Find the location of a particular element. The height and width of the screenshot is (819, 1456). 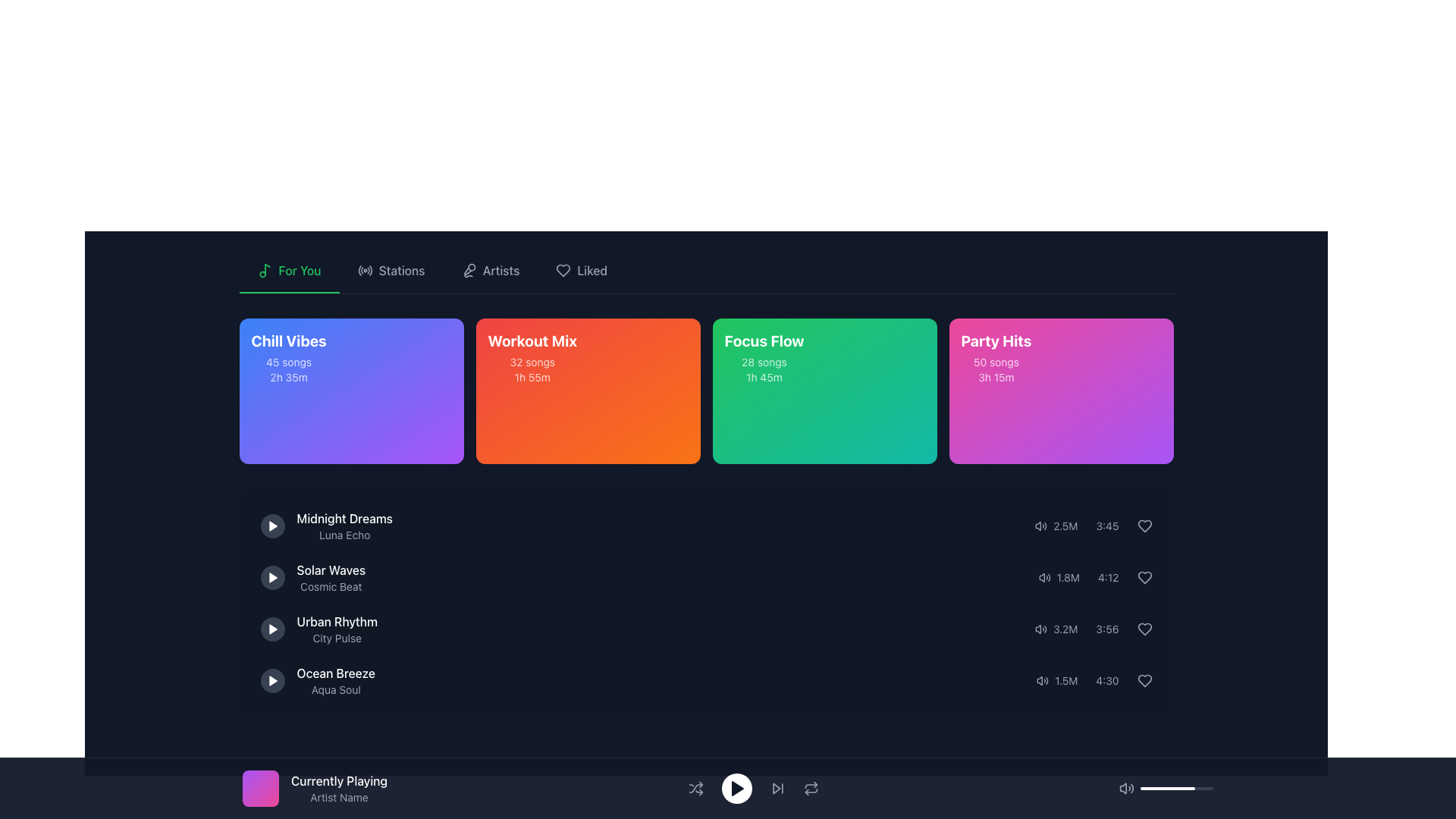

the slider is located at coordinates (1187, 788).